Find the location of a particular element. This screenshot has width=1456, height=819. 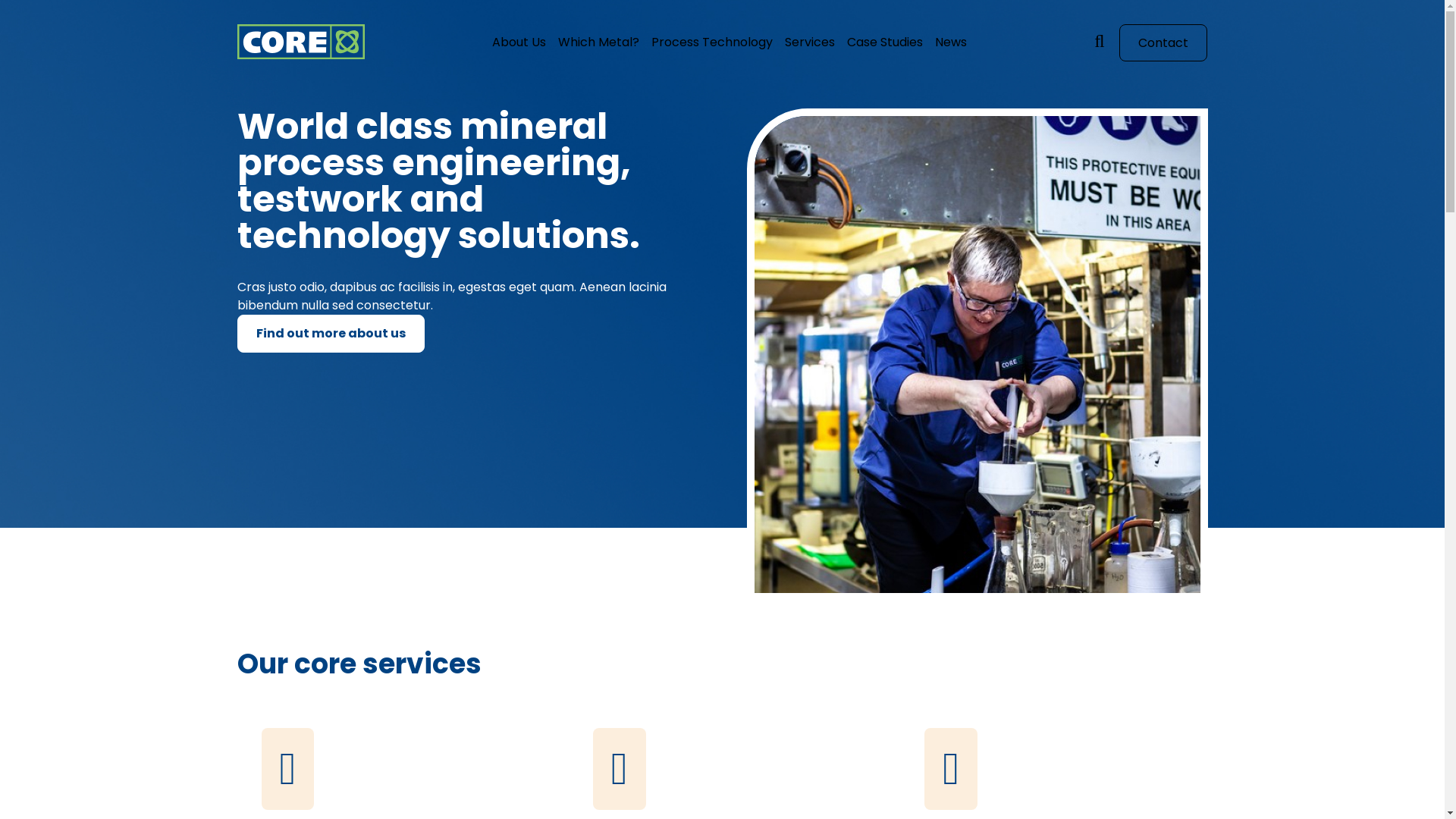

'Process Technology' is located at coordinates (711, 41).